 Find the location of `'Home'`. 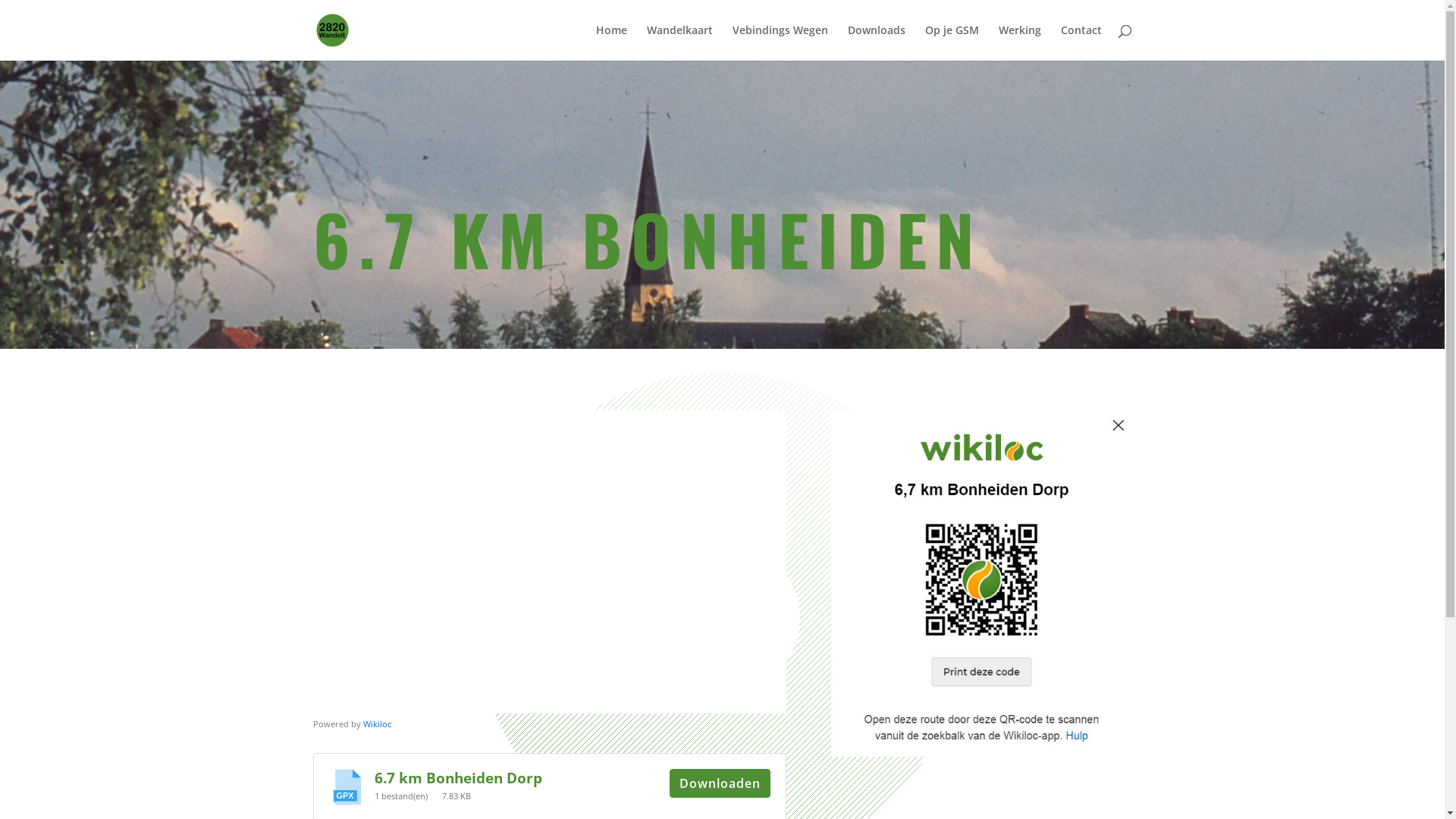

'Home' is located at coordinates (611, 42).